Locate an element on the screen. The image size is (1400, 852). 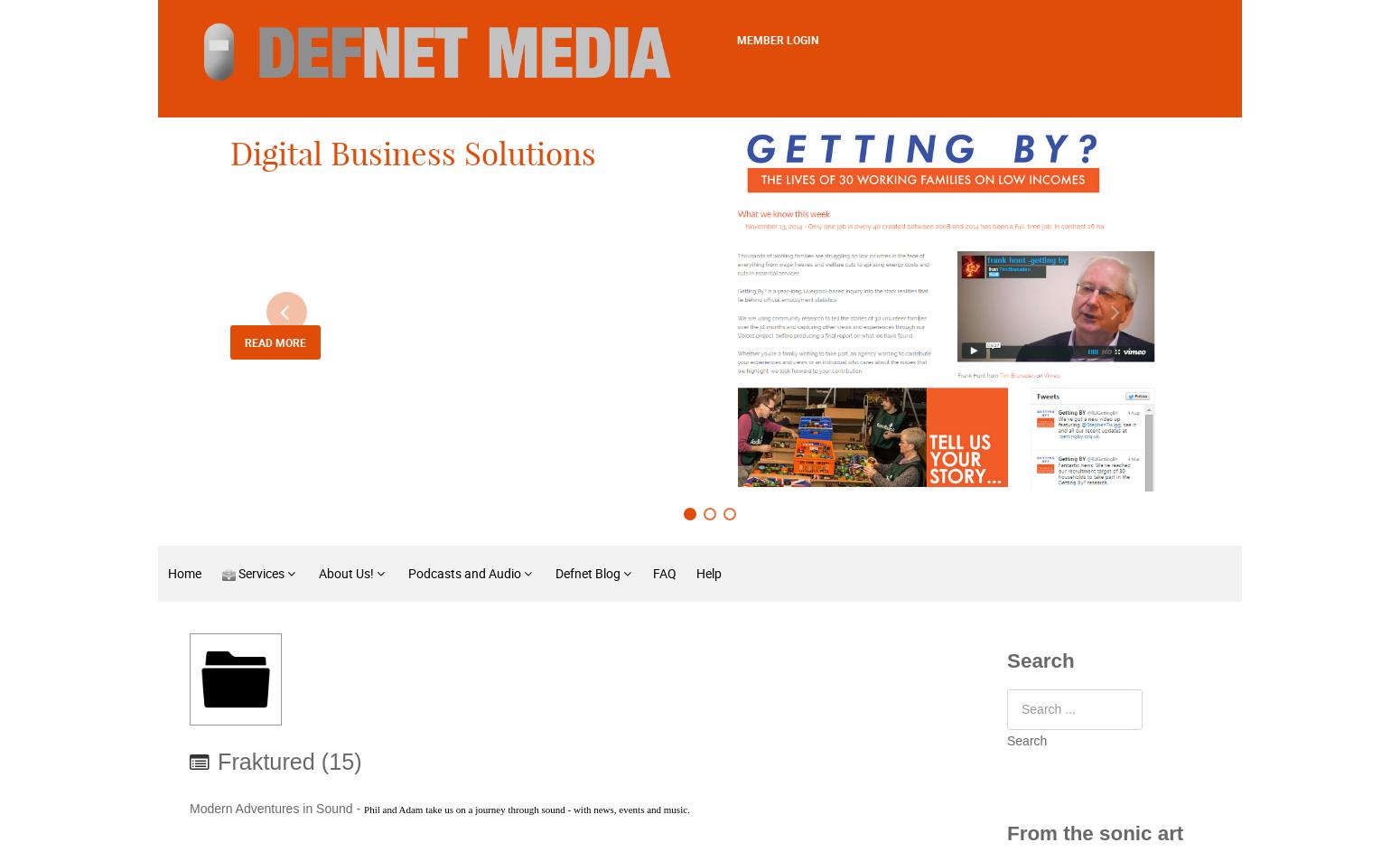
'About Us!' is located at coordinates (347, 573).